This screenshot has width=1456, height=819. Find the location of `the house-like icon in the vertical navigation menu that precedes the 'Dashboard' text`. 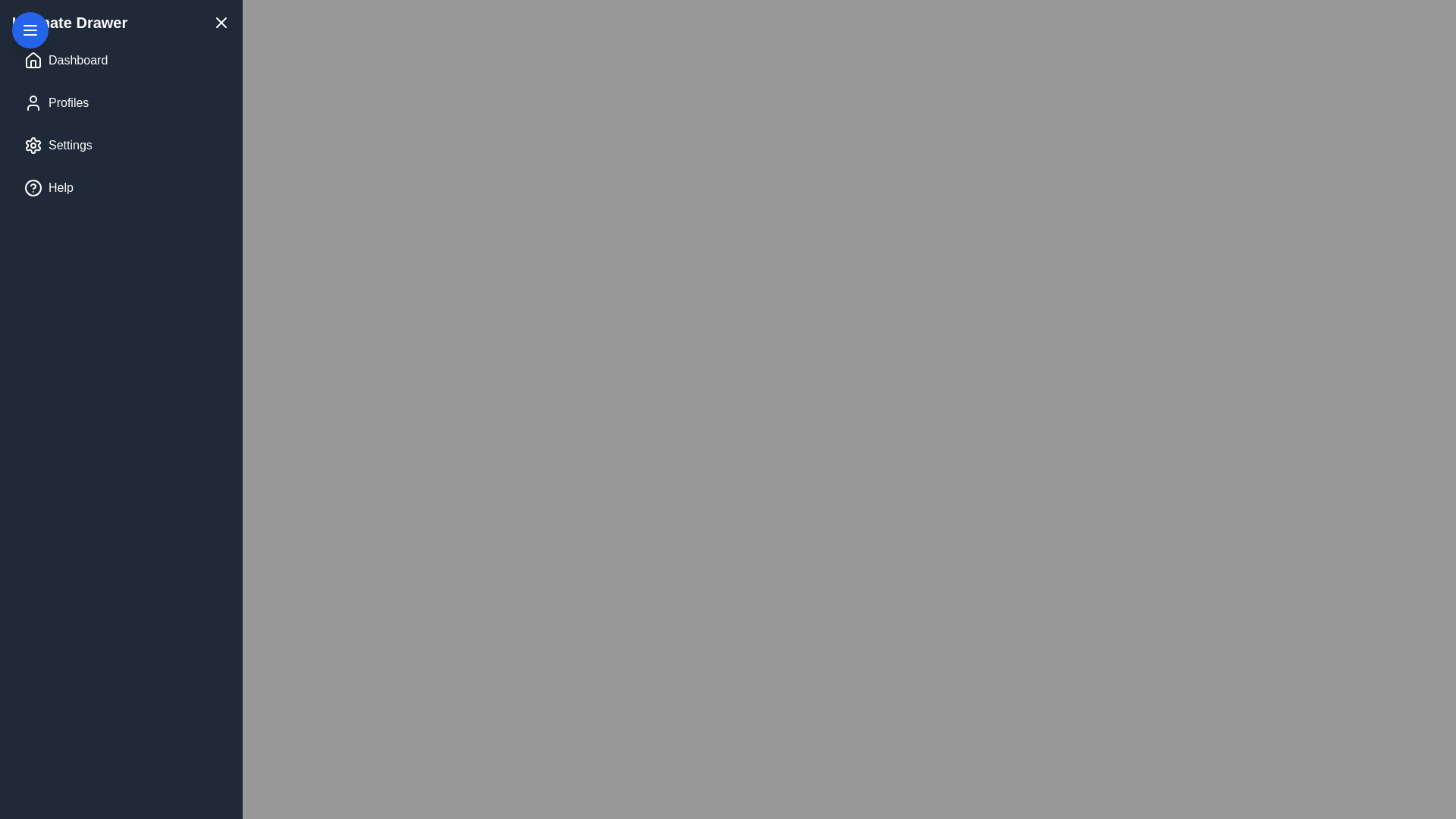

the house-like icon in the vertical navigation menu that precedes the 'Dashboard' text is located at coordinates (33, 58).